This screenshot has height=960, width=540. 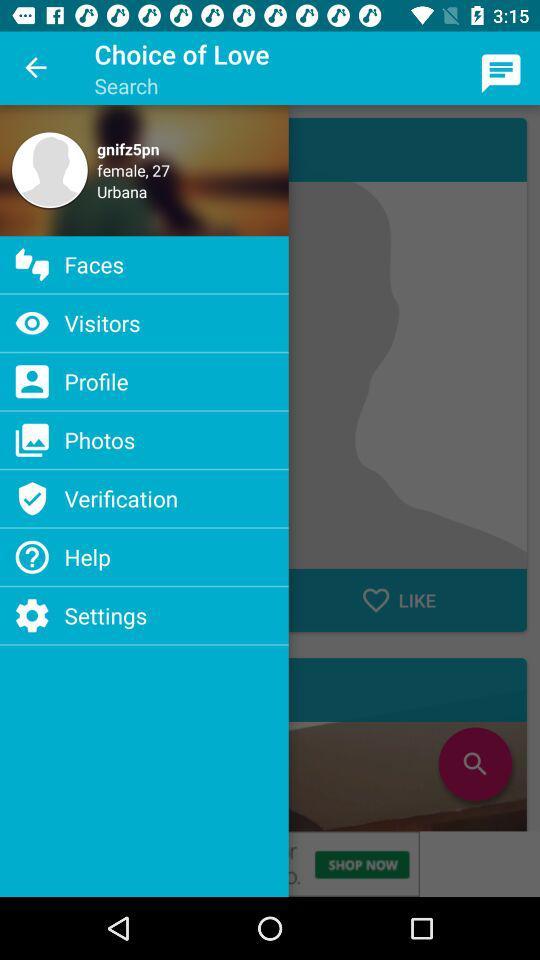 I want to click on the search icon, so click(x=474, y=763).